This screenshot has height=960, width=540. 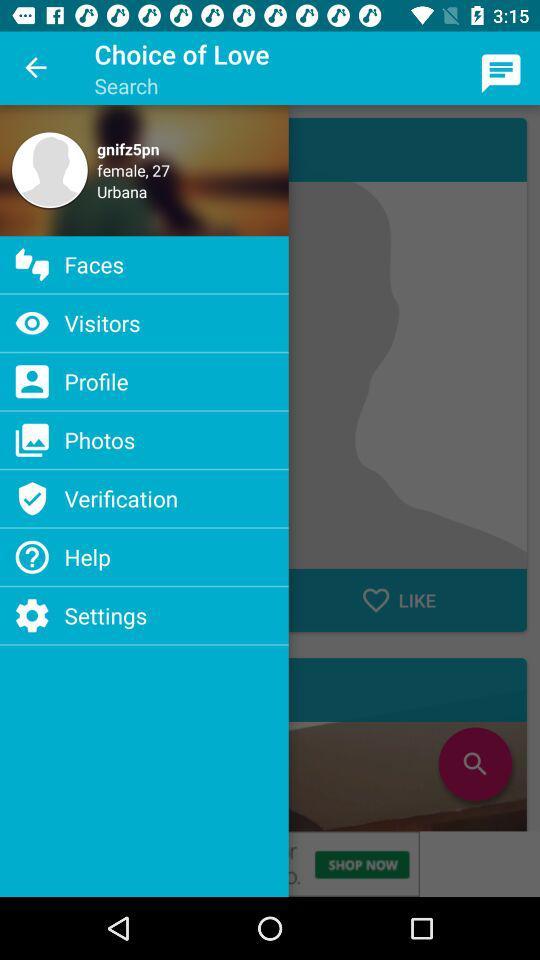 I want to click on the search icon, so click(x=474, y=763).